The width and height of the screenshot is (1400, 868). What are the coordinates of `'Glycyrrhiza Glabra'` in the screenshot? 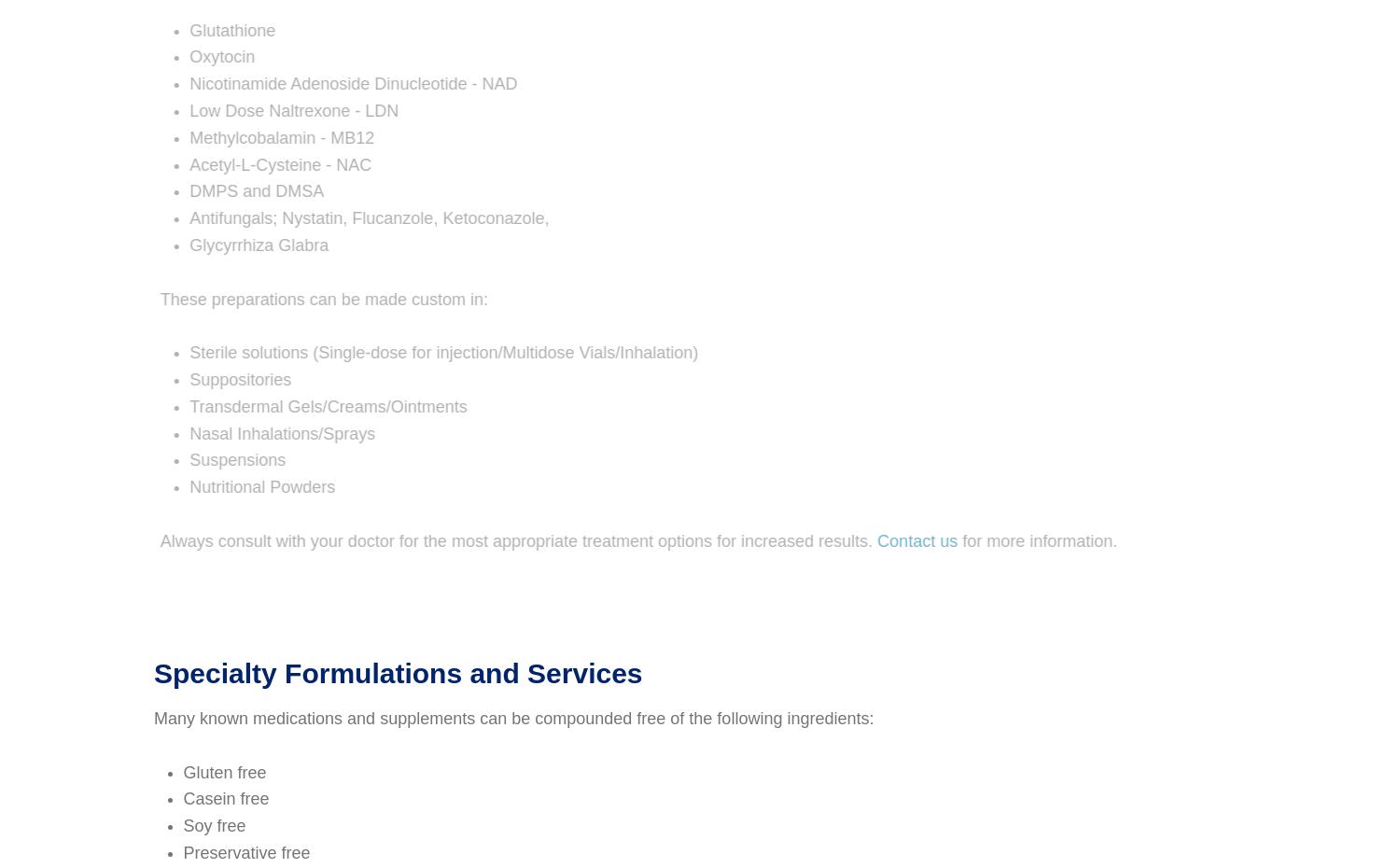 It's located at (169, 245).